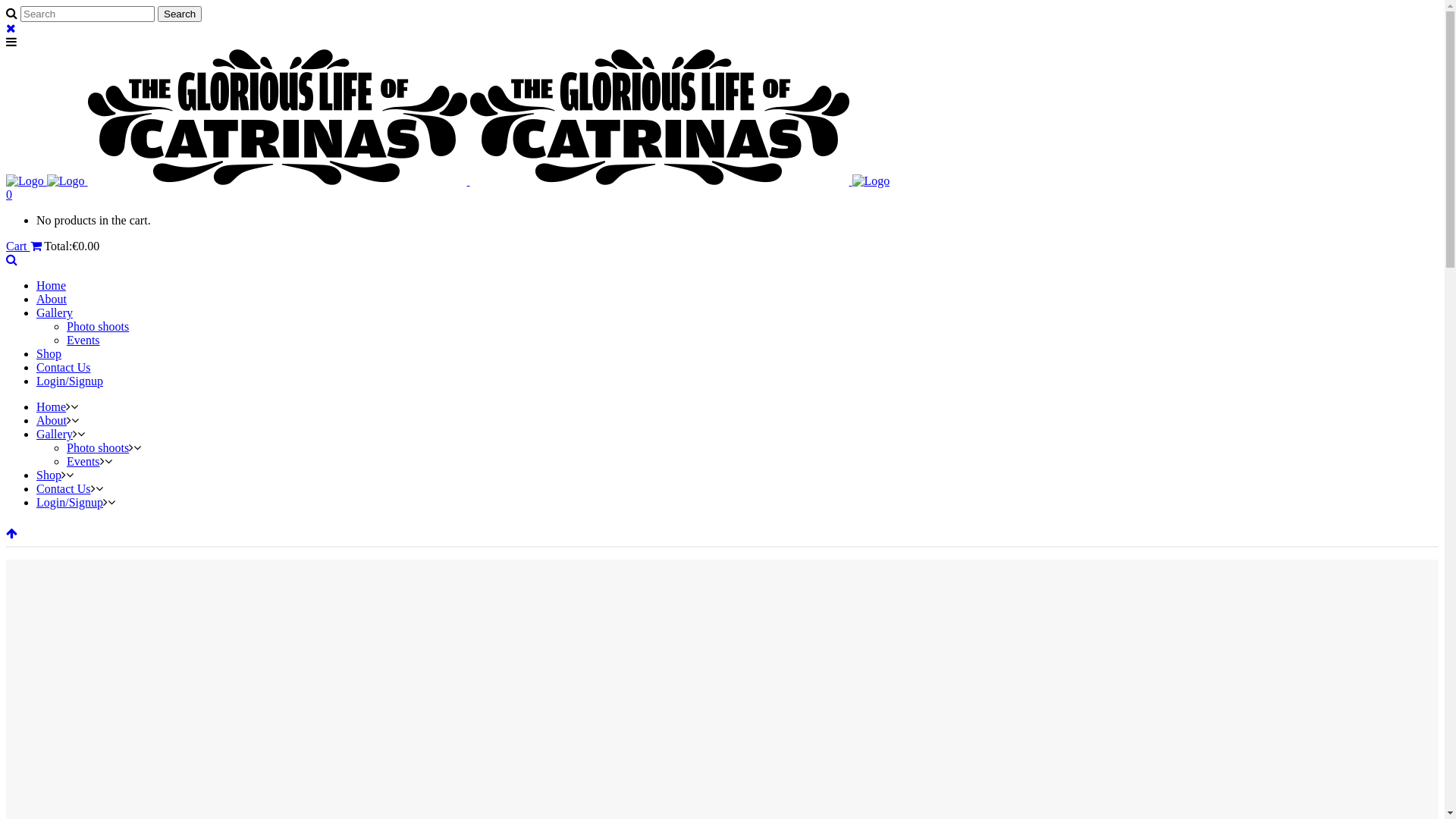 The width and height of the screenshot is (1456, 819). I want to click on 'Photo shoots', so click(97, 325).